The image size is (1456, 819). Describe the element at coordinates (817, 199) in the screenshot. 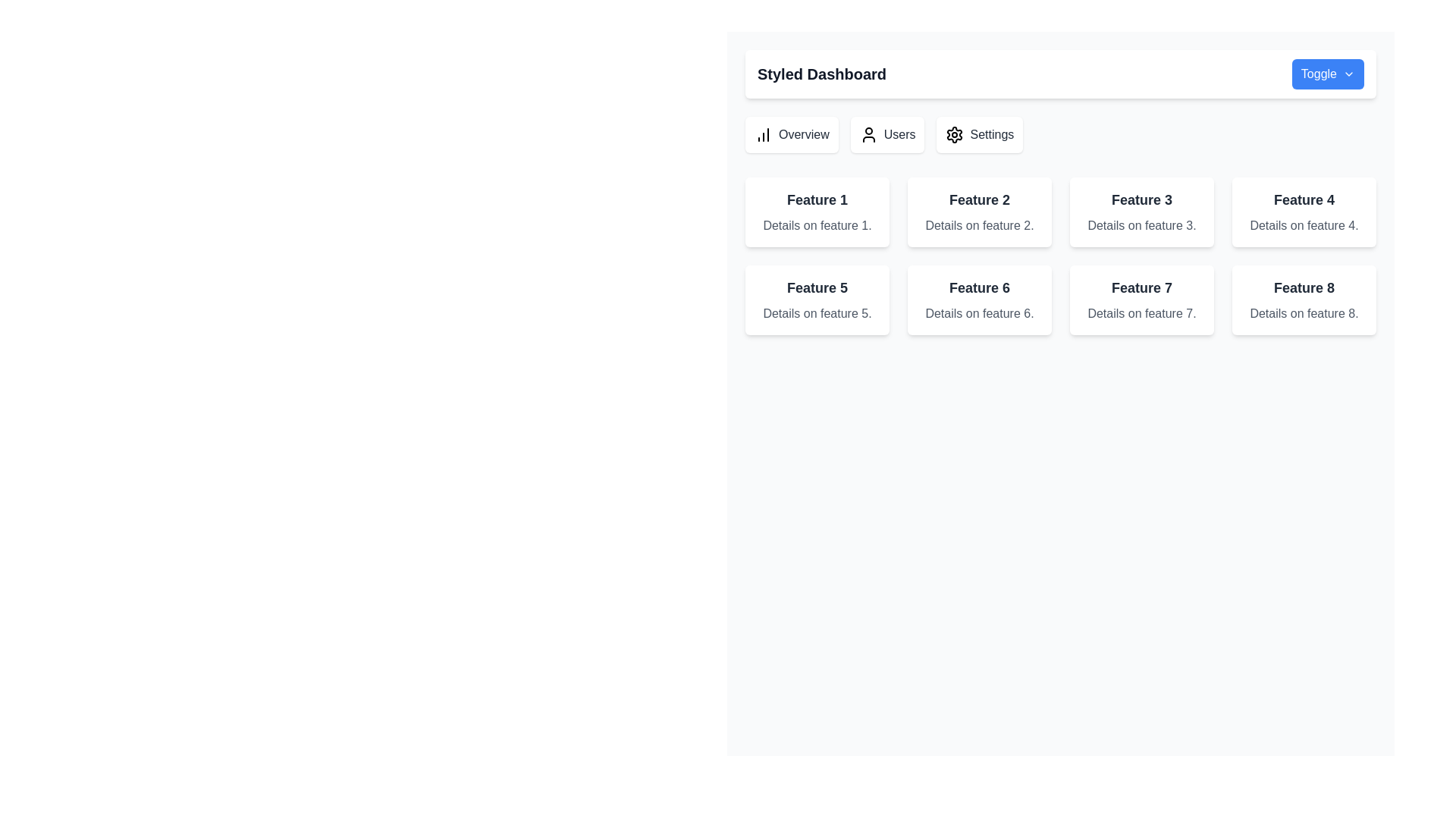

I see `text from the bold text label displaying 'Feature 1', which is centrally aligned above the descriptive text 'Details on feature 1'` at that location.